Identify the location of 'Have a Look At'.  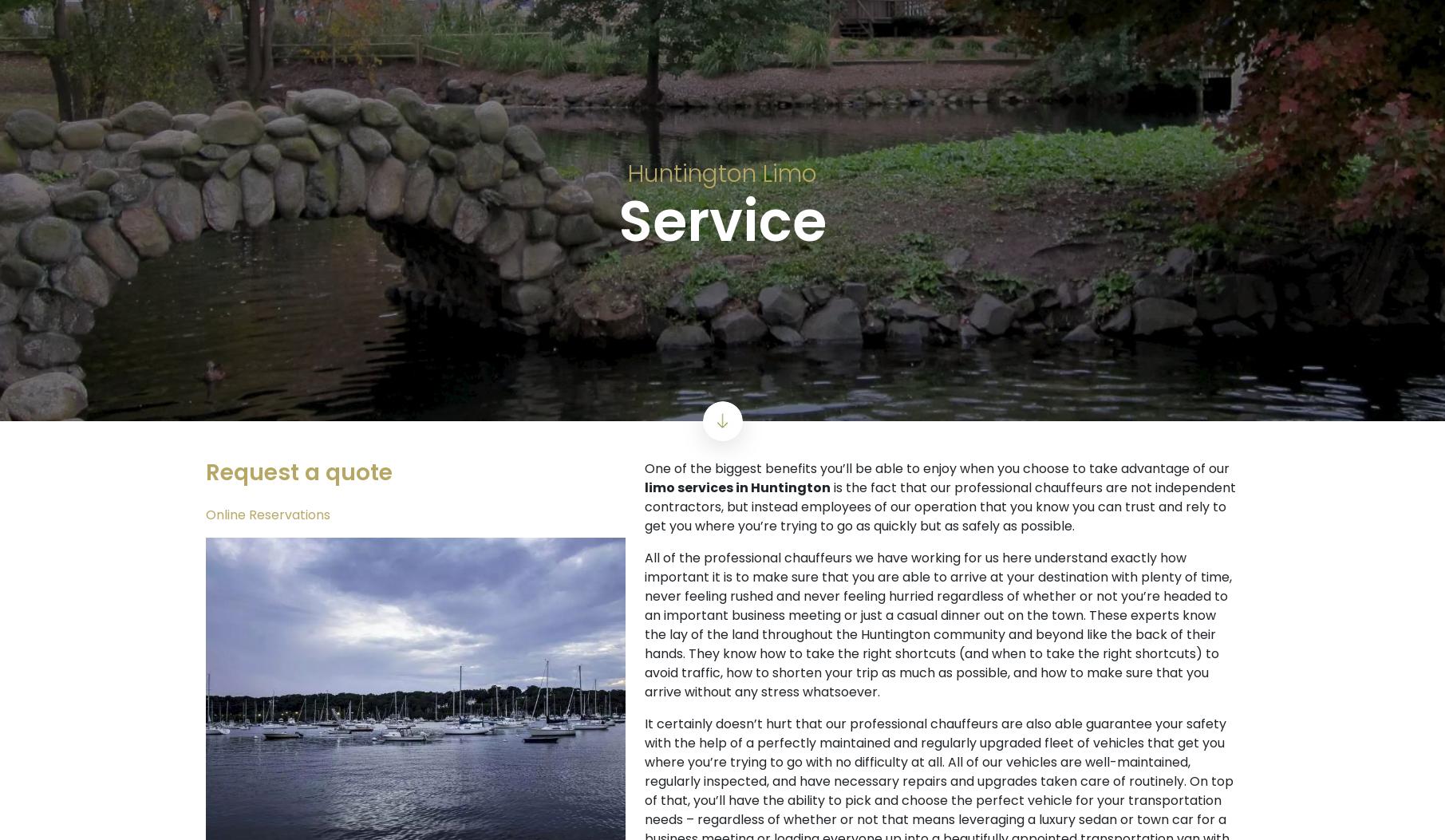
(289, 361).